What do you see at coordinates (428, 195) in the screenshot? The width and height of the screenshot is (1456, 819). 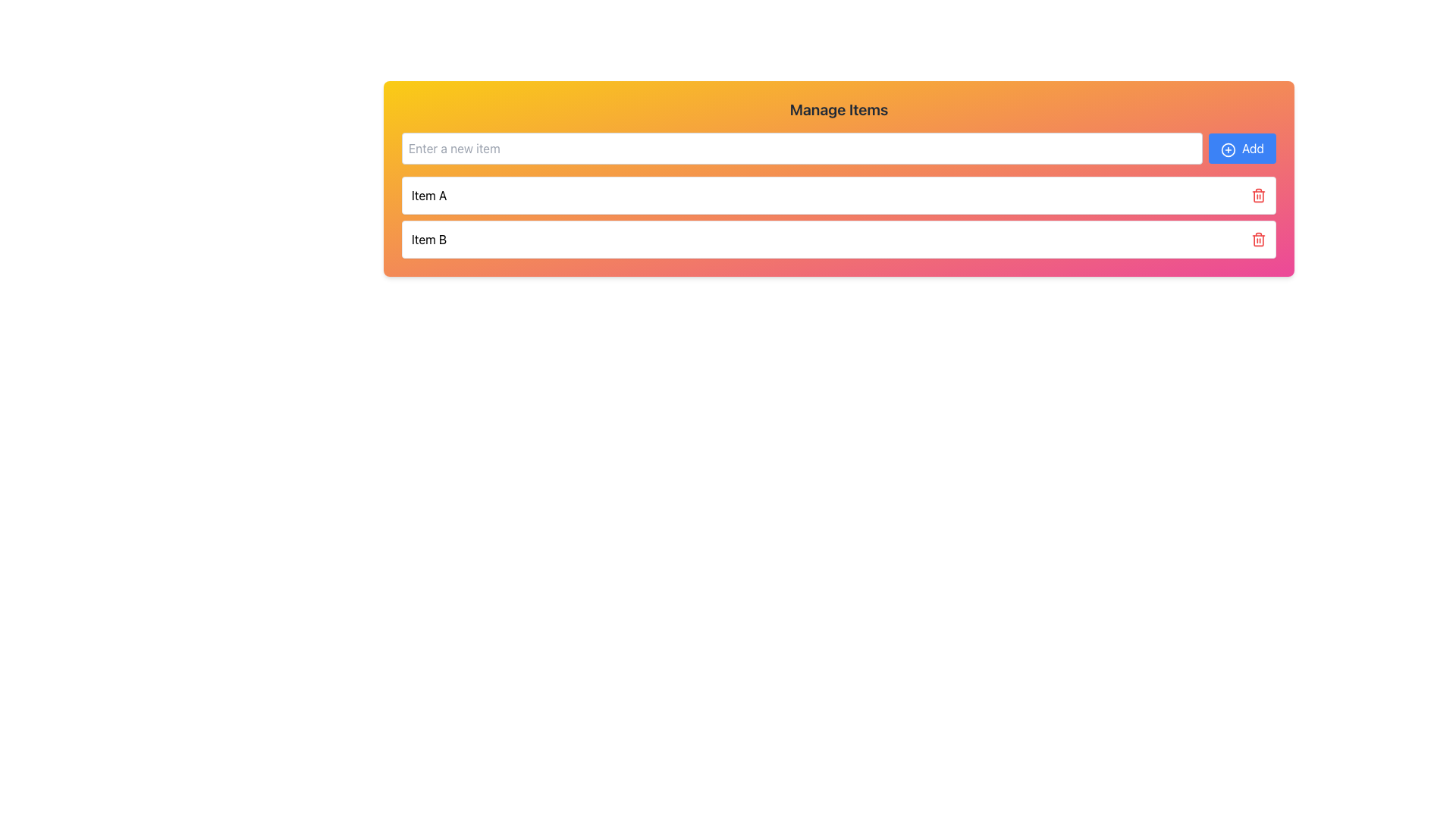 I see `the Text Label that describes the first item in the list, positioned above 'Item B'` at bounding box center [428, 195].